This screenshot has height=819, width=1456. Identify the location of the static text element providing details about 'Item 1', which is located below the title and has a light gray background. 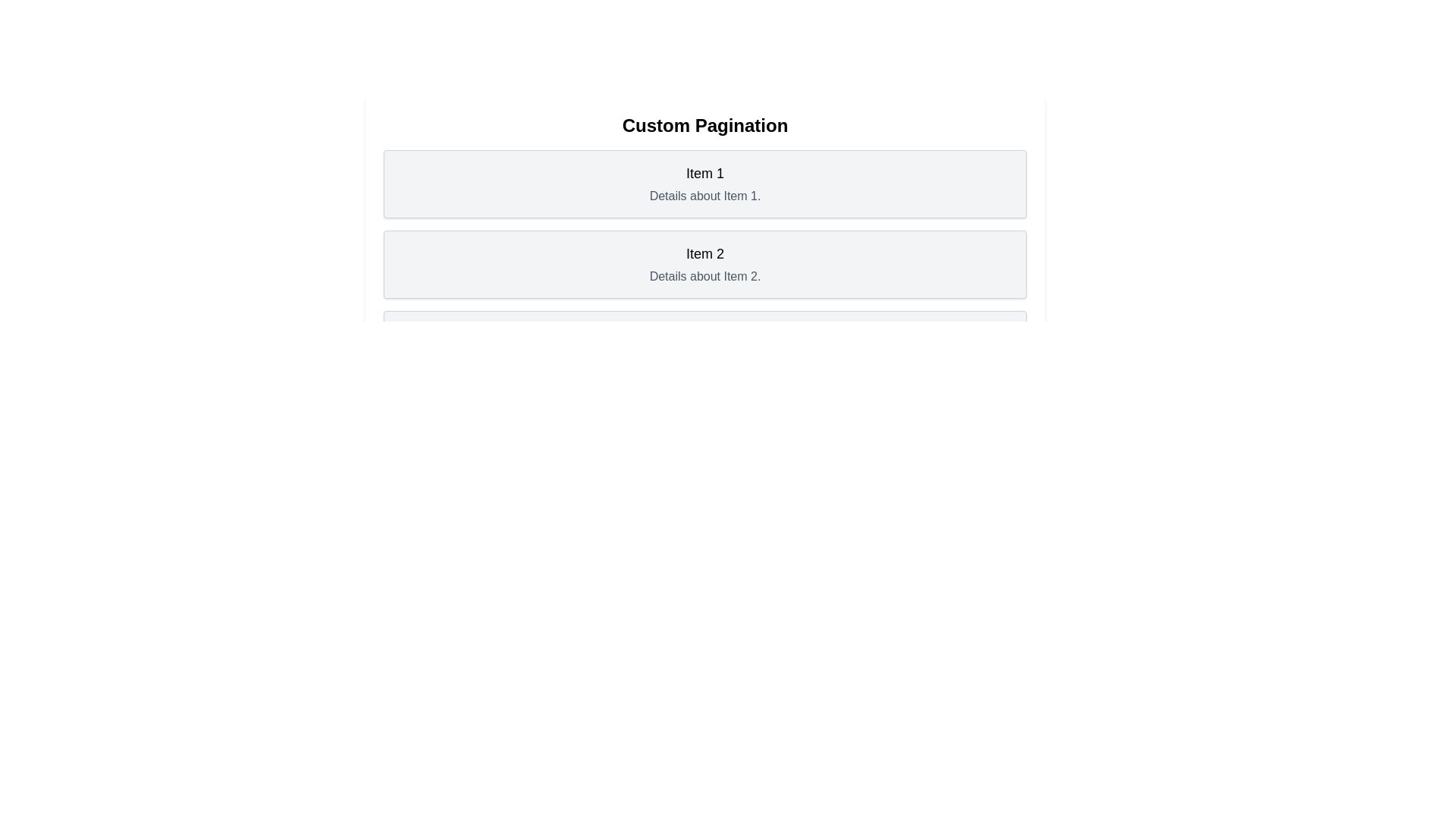
(704, 195).